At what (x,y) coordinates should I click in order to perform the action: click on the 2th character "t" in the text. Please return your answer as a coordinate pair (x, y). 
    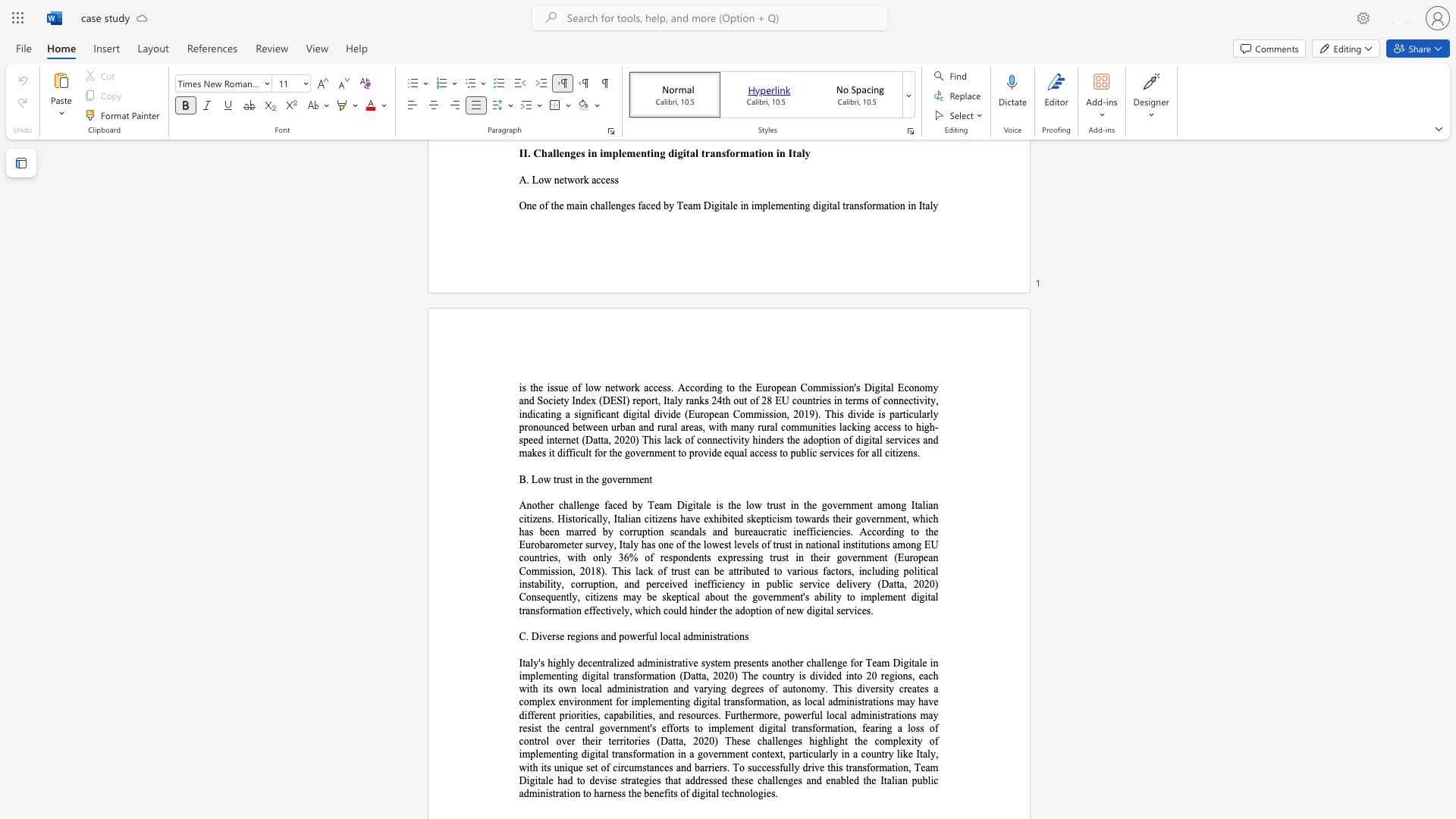
    Looking at the image, I should click on (570, 479).